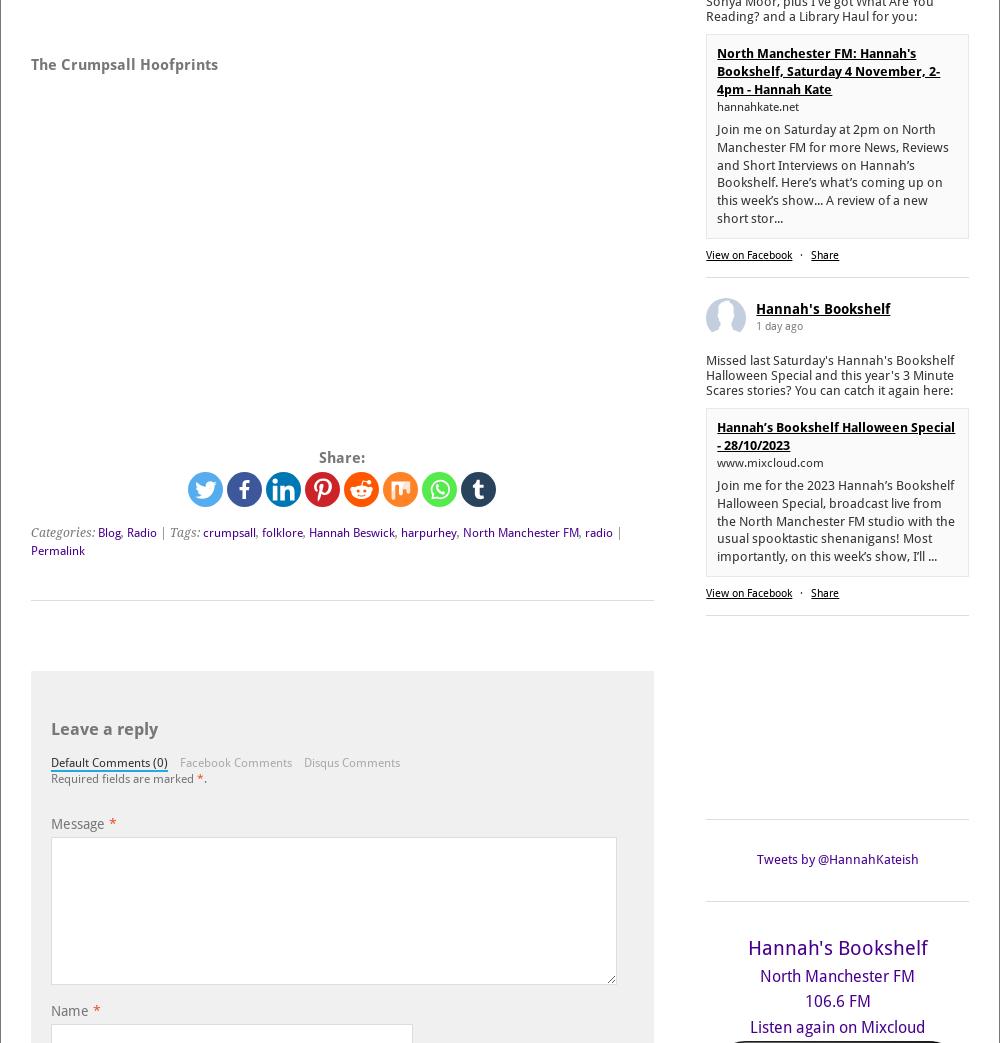 This screenshot has height=1043, width=1000. What do you see at coordinates (228, 532) in the screenshot?
I see `'crumpsall'` at bounding box center [228, 532].